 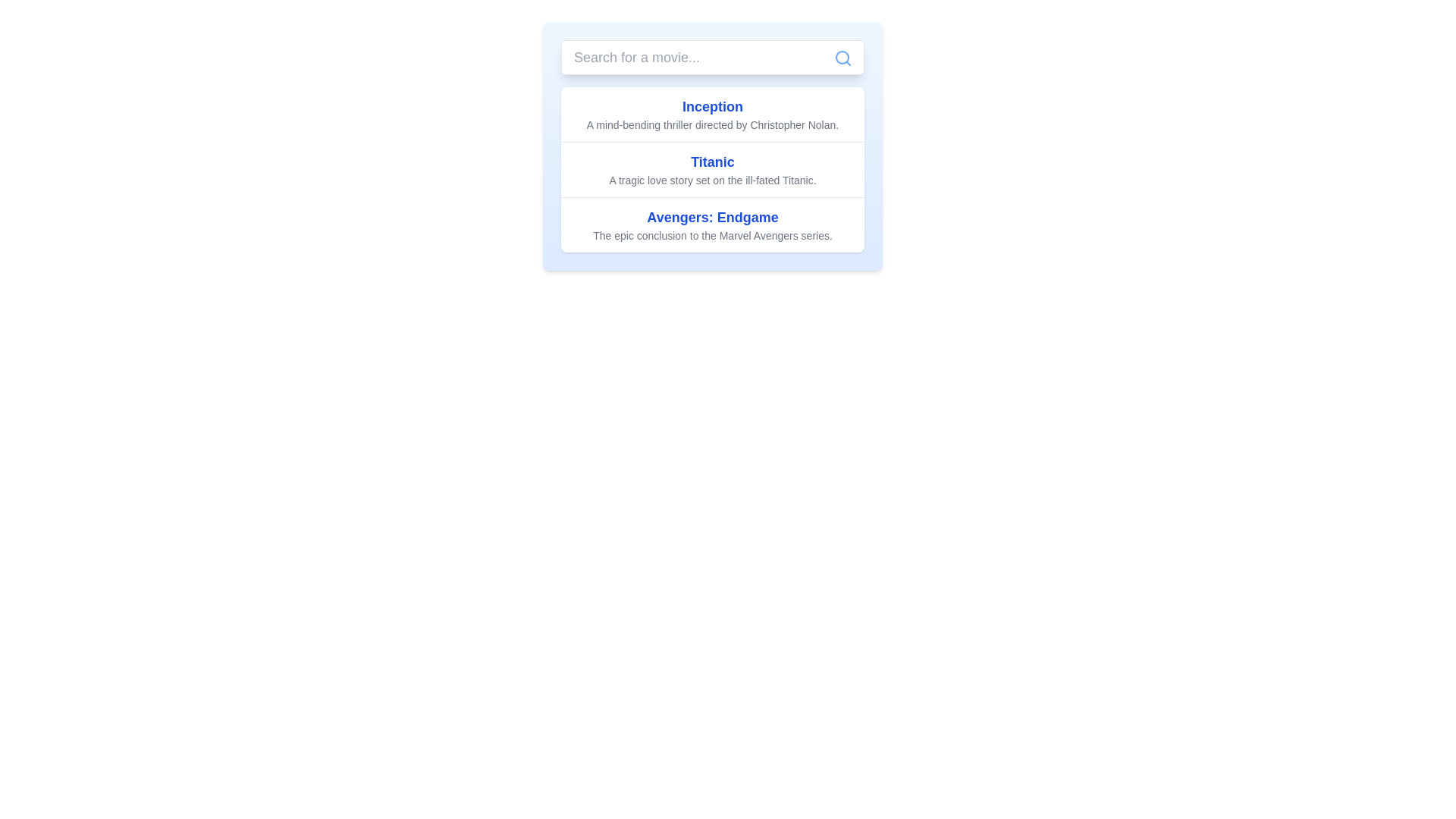 I want to click on the text label that reads 'The epic conclusion to the Marvel Avengers series.' located beneath the title 'Avengers: Endgame', so click(x=712, y=236).